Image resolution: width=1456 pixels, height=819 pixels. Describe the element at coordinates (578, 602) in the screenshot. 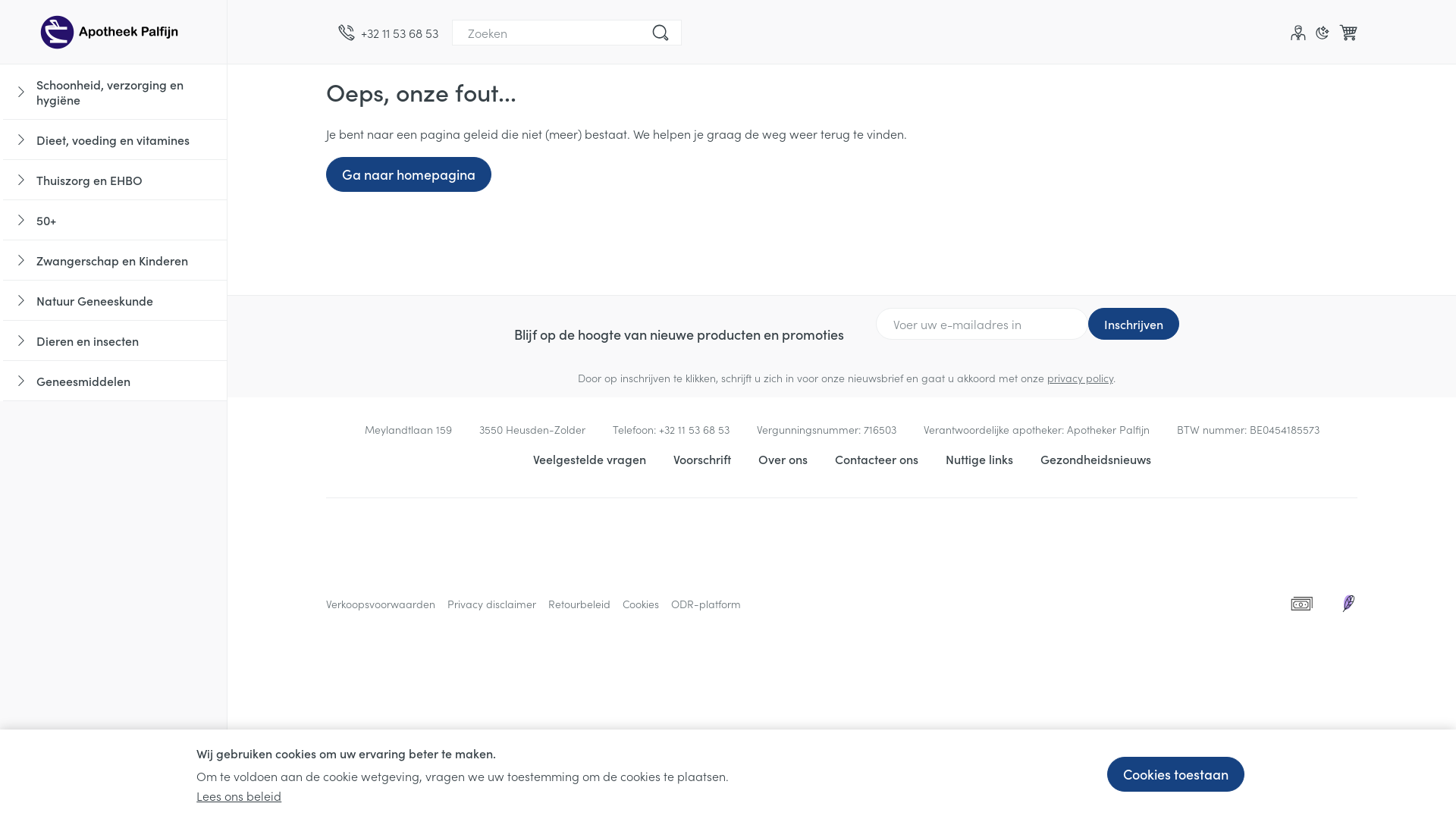

I see `'Retourbeleid'` at that location.